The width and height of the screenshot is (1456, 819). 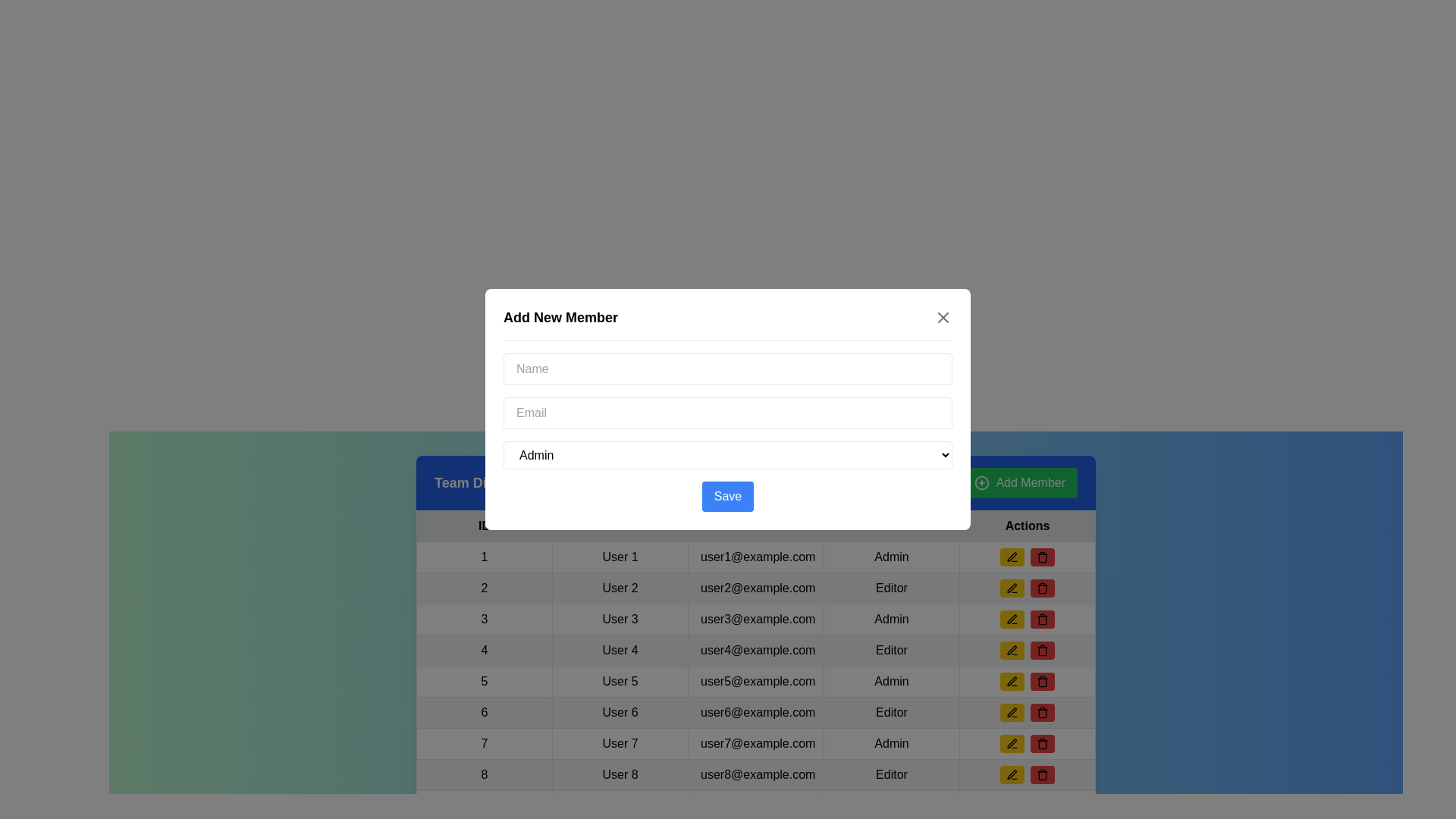 I want to click on the left button with a yellow background and a pen icon, so click(x=1027, y=557).